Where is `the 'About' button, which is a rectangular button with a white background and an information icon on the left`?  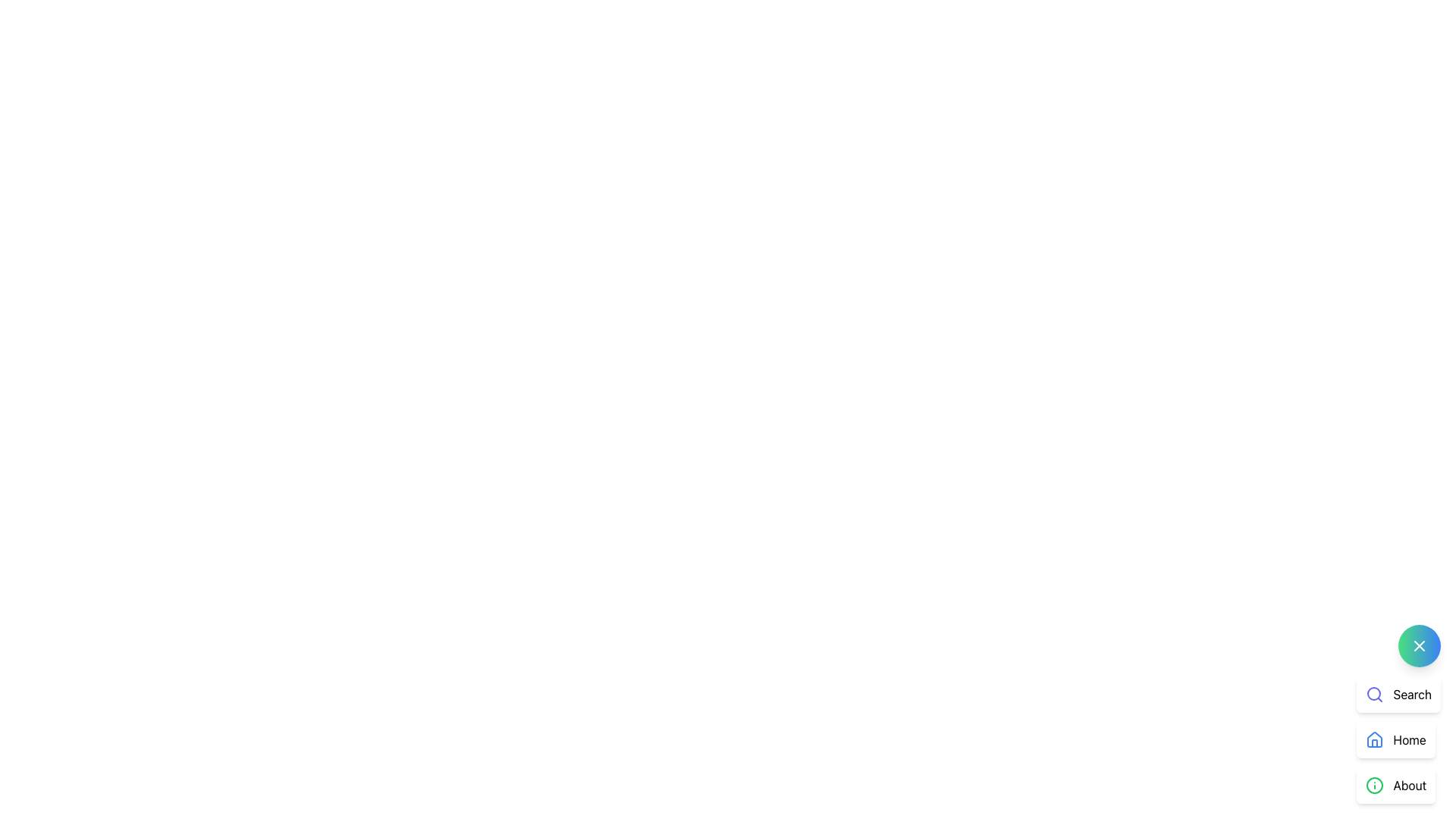 the 'About' button, which is a rectangular button with a white background and an information icon on the left is located at coordinates (1395, 785).